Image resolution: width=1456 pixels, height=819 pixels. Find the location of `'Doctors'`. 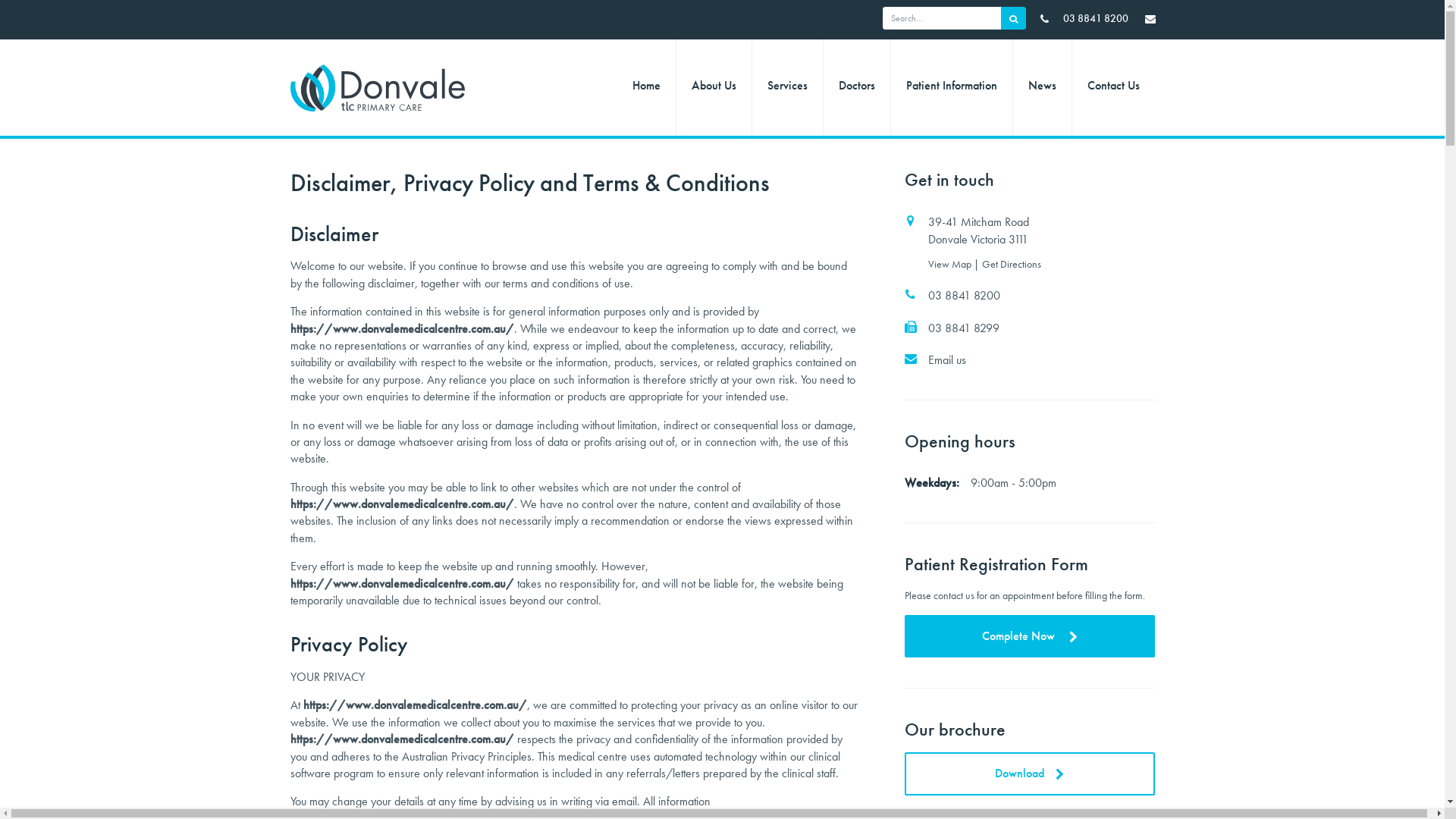

'Doctors' is located at coordinates (856, 87).